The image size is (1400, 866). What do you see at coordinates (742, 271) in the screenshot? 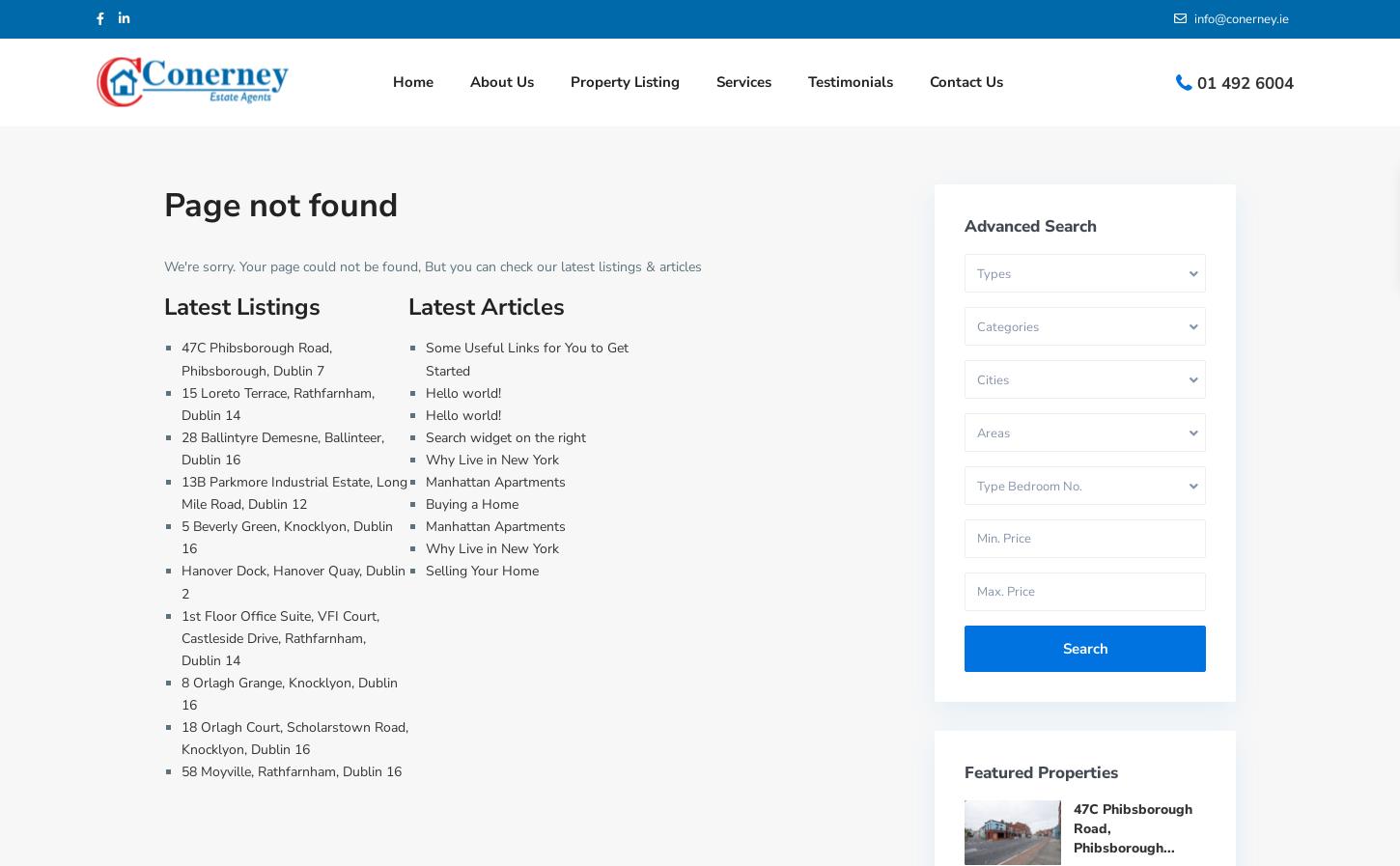
I see `'Letting Service'` at bounding box center [742, 271].